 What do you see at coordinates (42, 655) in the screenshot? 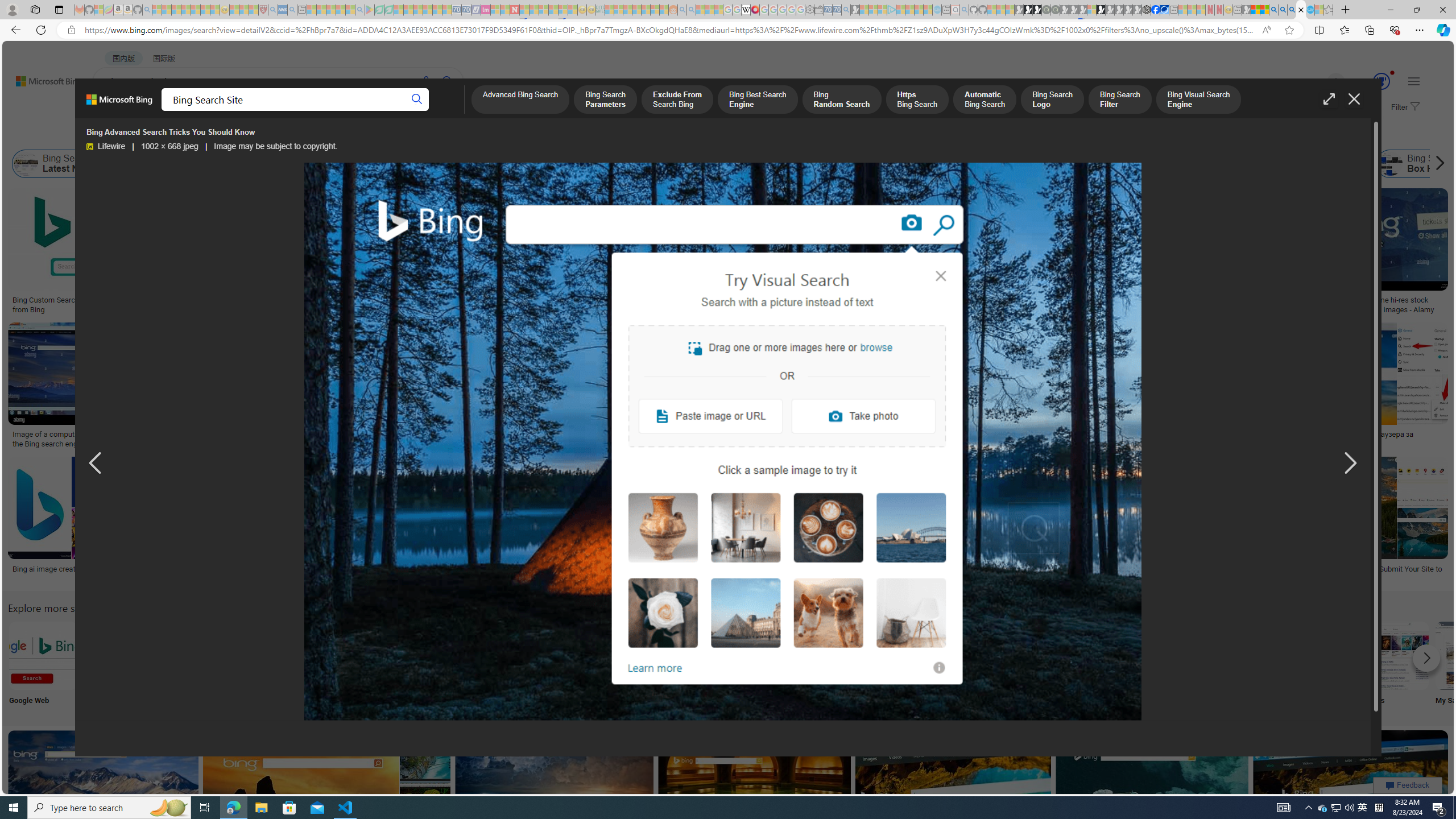
I see `'Google Web Search Bing'` at bounding box center [42, 655].